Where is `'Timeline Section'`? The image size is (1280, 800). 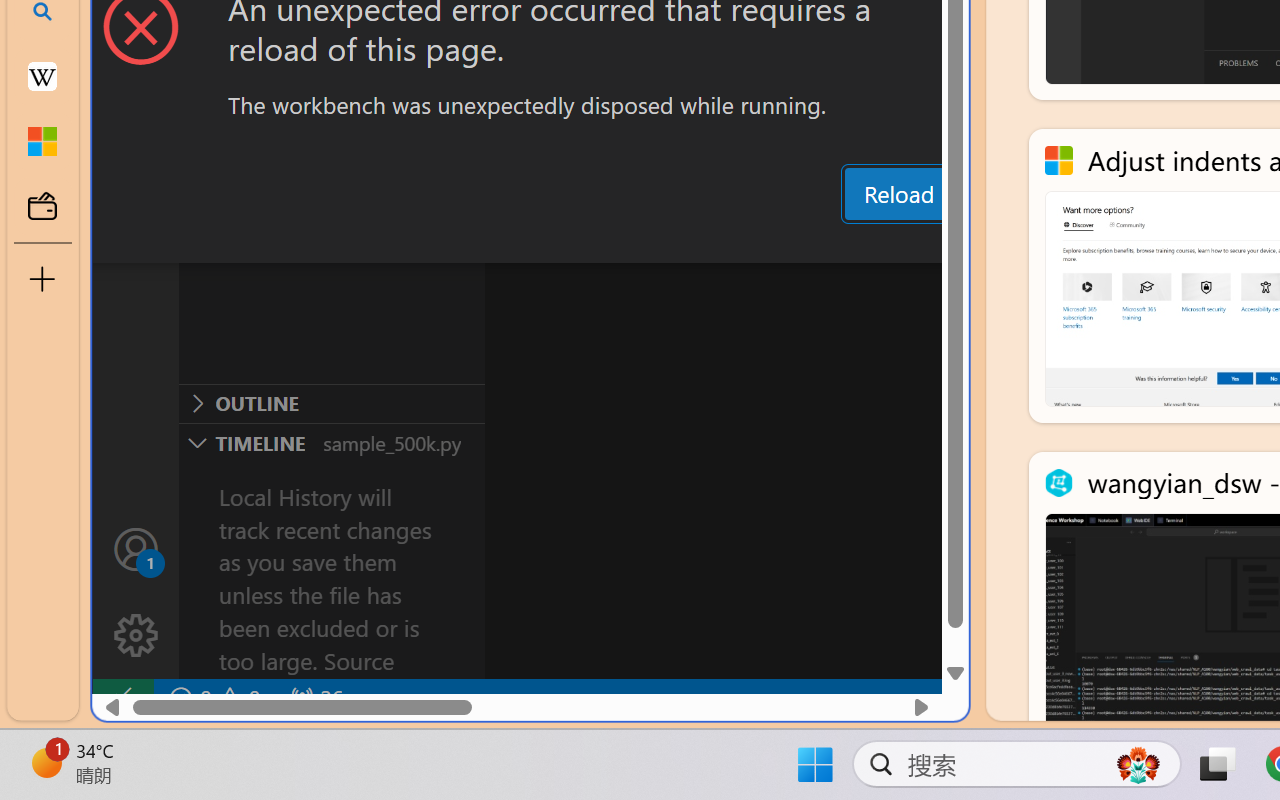
'Timeline Section' is located at coordinates (331, 441).